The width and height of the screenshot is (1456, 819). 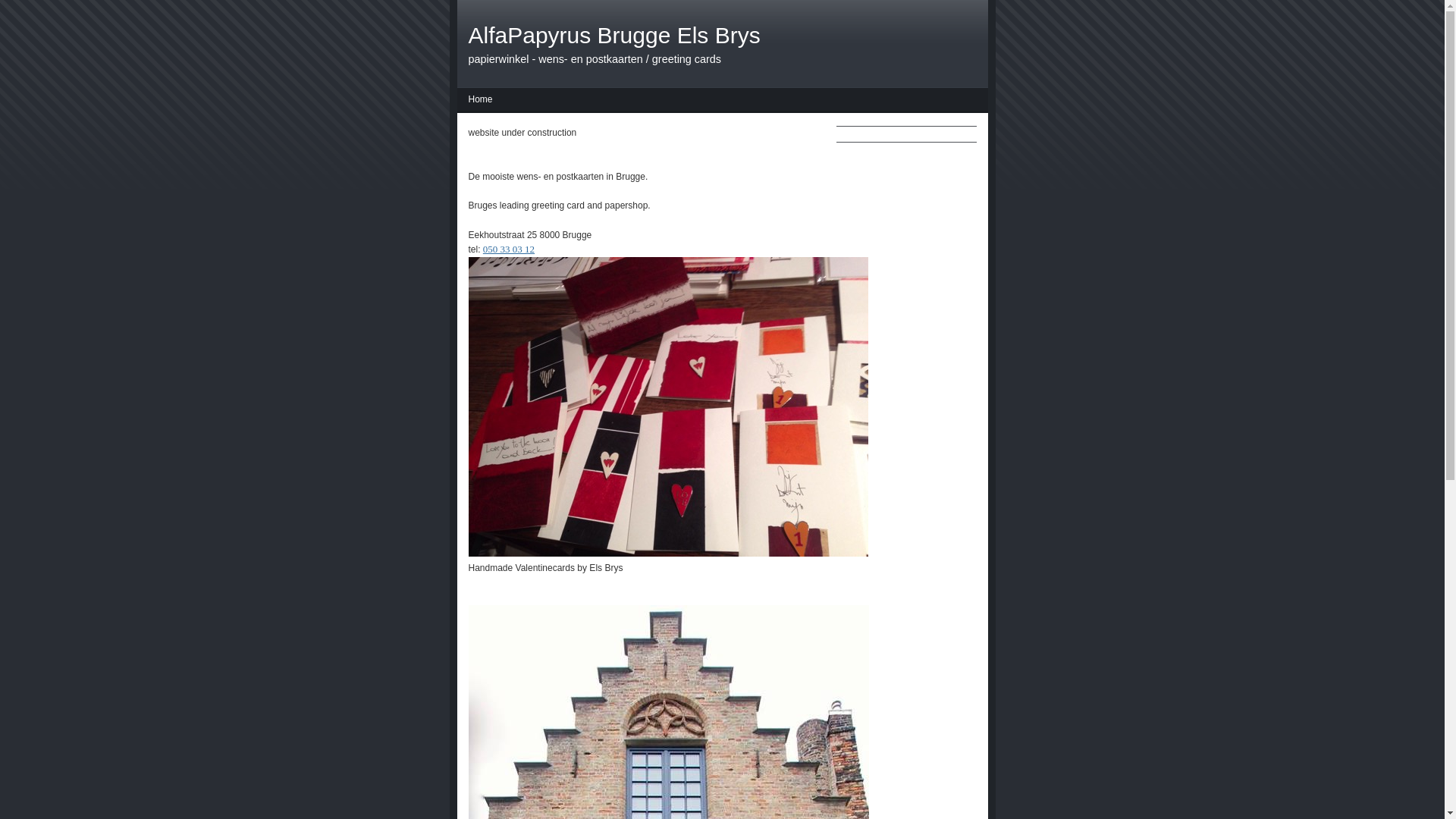 I want to click on 'Home', so click(x=479, y=101).